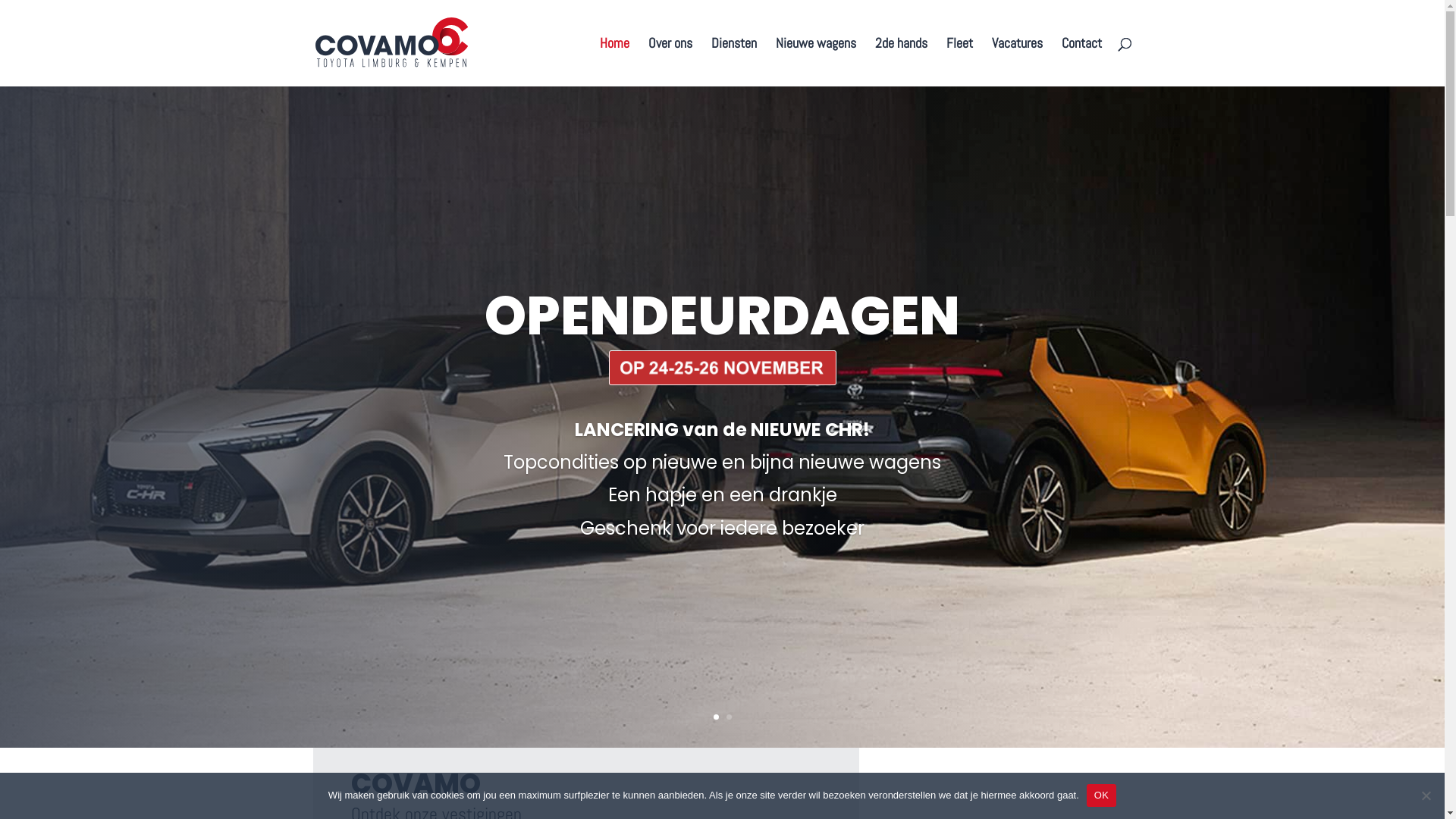 The width and height of the screenshot is (1456, 819). I want to click on '1', so click(714, 717).